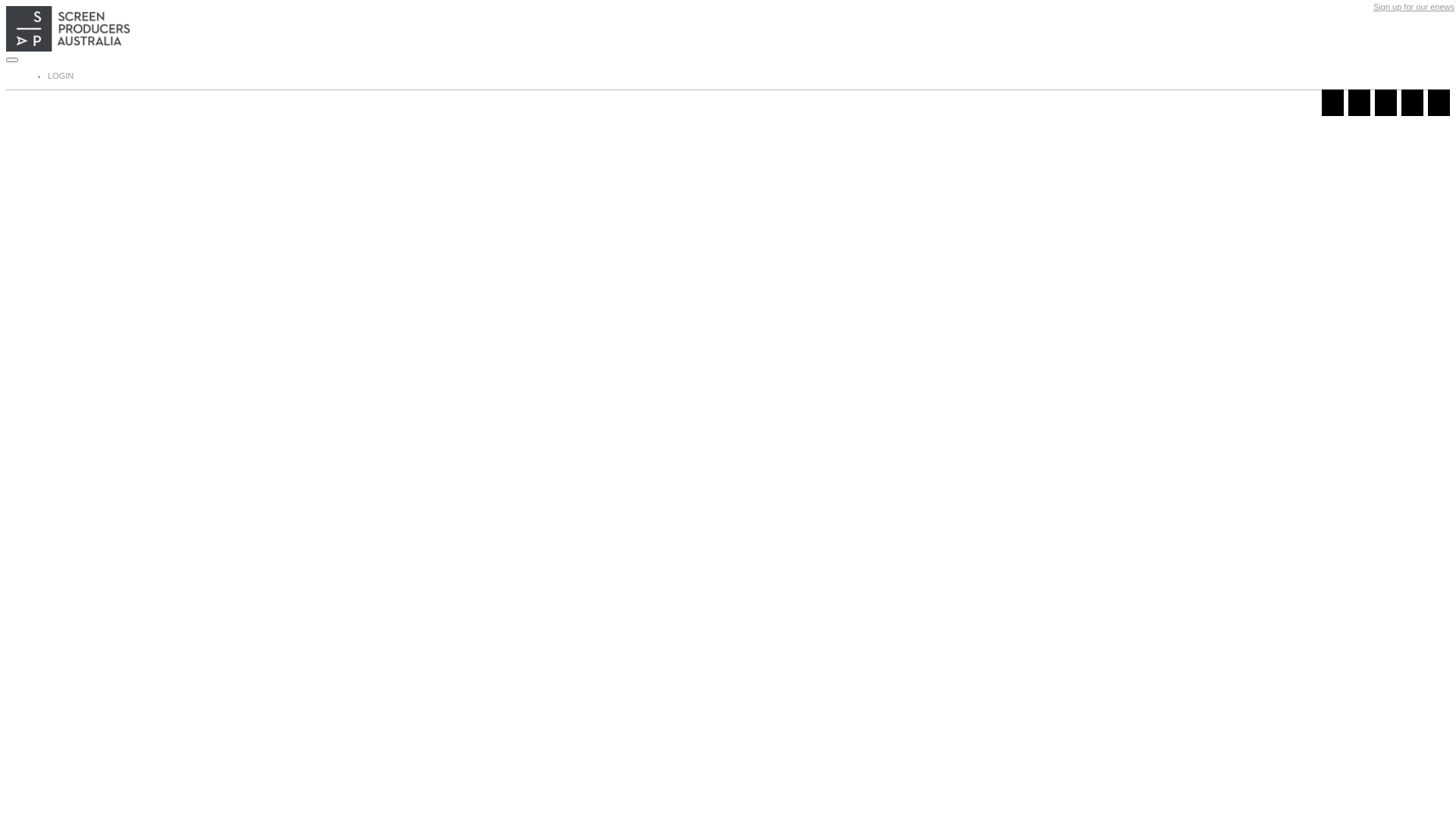 The height and width of the screenshot is (819, 1456). Describe the element at coordinates (1373, 6) in the screenshot. I see `'Sign up for our enews'` at that location.